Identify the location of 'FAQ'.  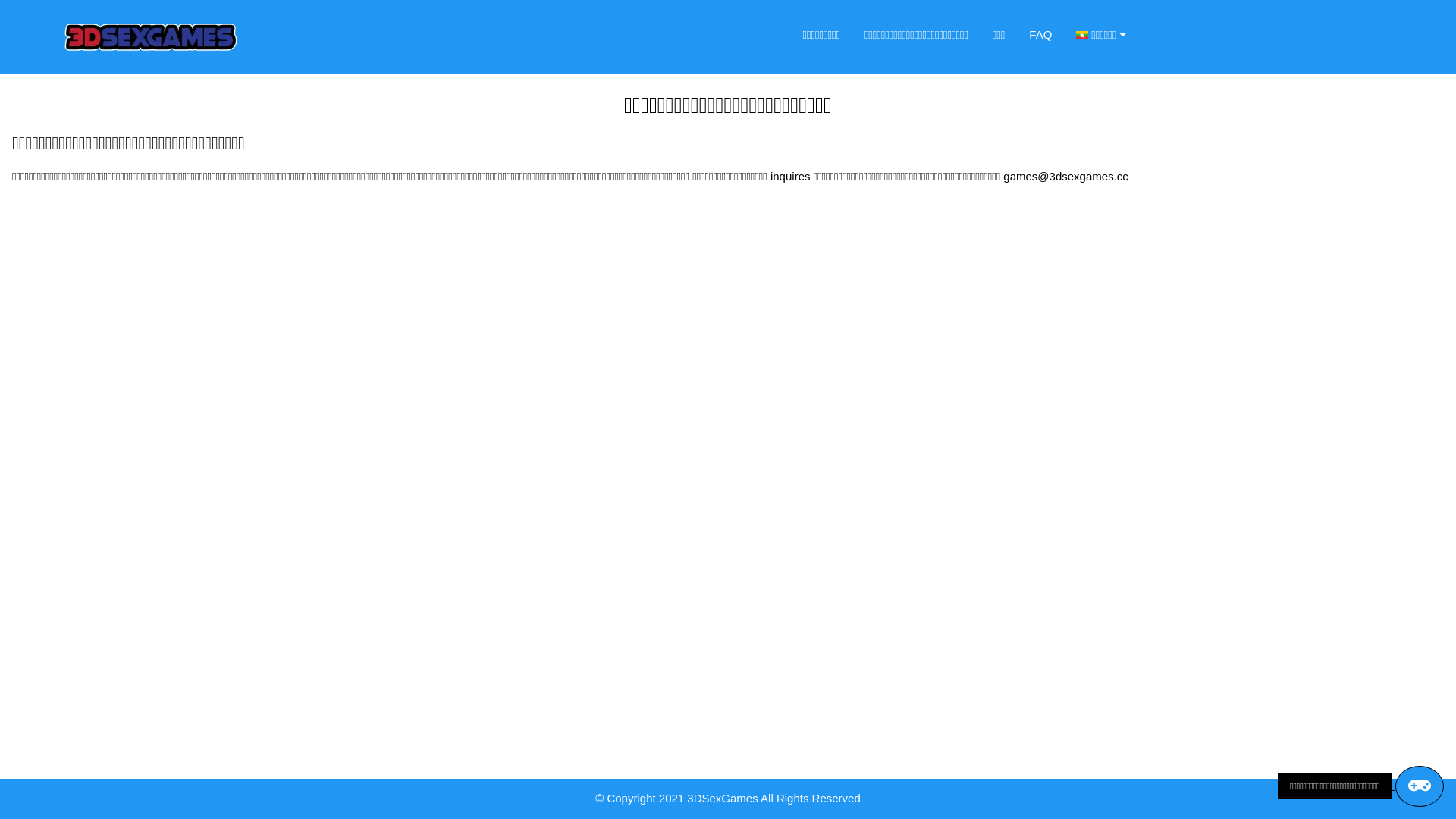
(1040, 34).